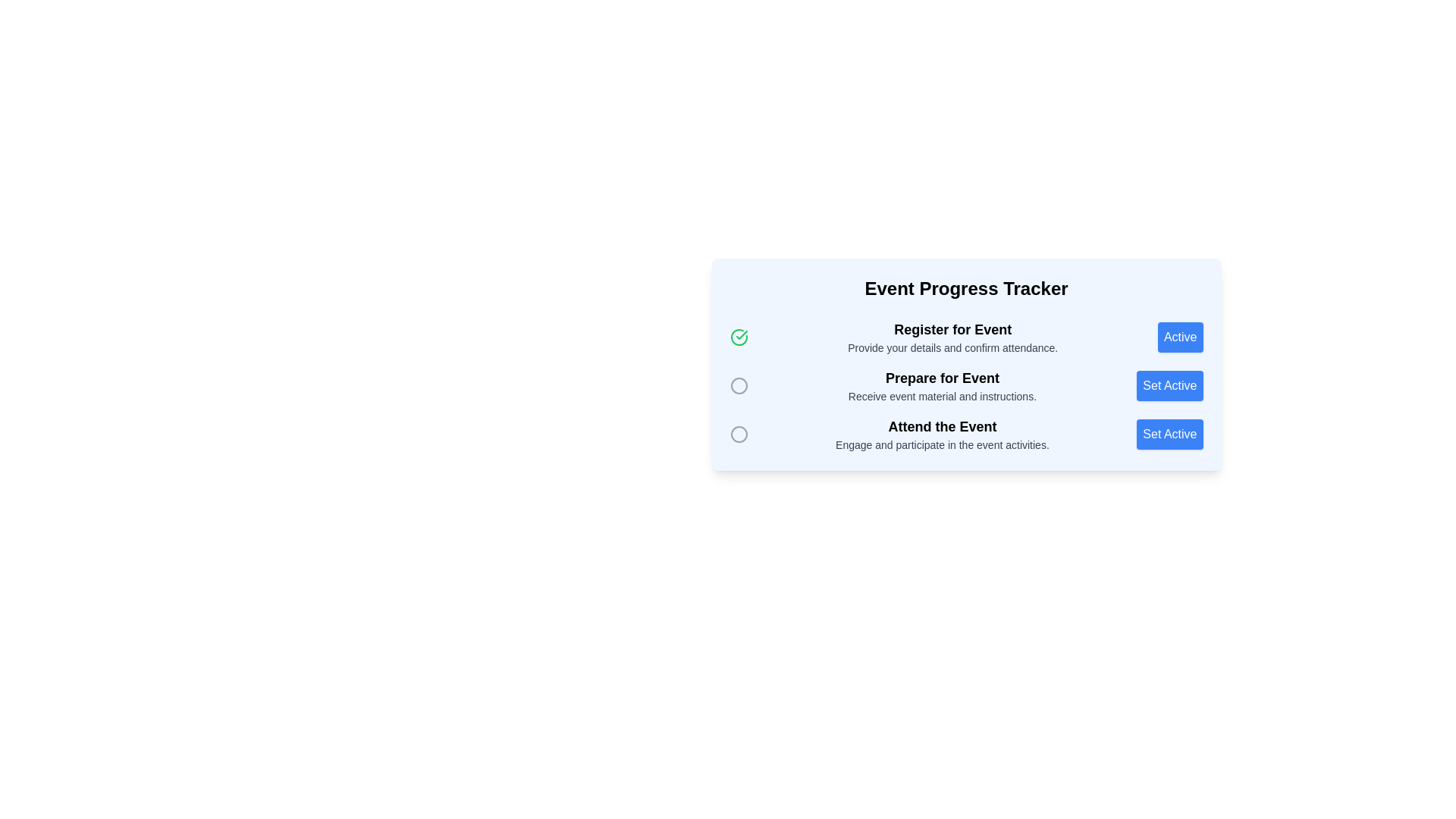 The image size is (1456, 819). I want to click on the 'Attend the Event' label, which is the third step in the vertical list under the 'Event Progress Tracker' header, so click(942, 427).